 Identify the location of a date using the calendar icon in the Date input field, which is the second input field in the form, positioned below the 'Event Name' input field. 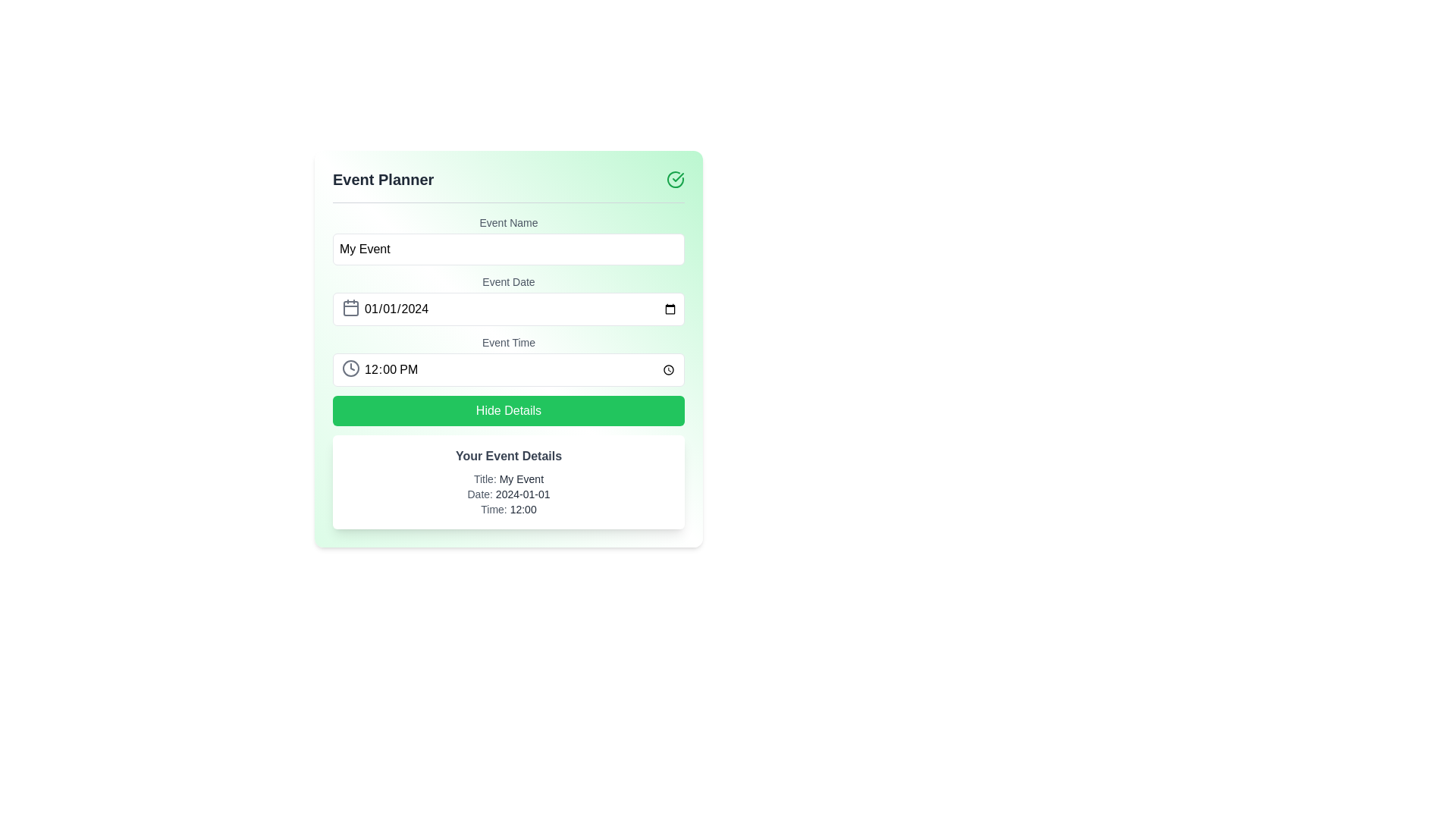
(509, 300).